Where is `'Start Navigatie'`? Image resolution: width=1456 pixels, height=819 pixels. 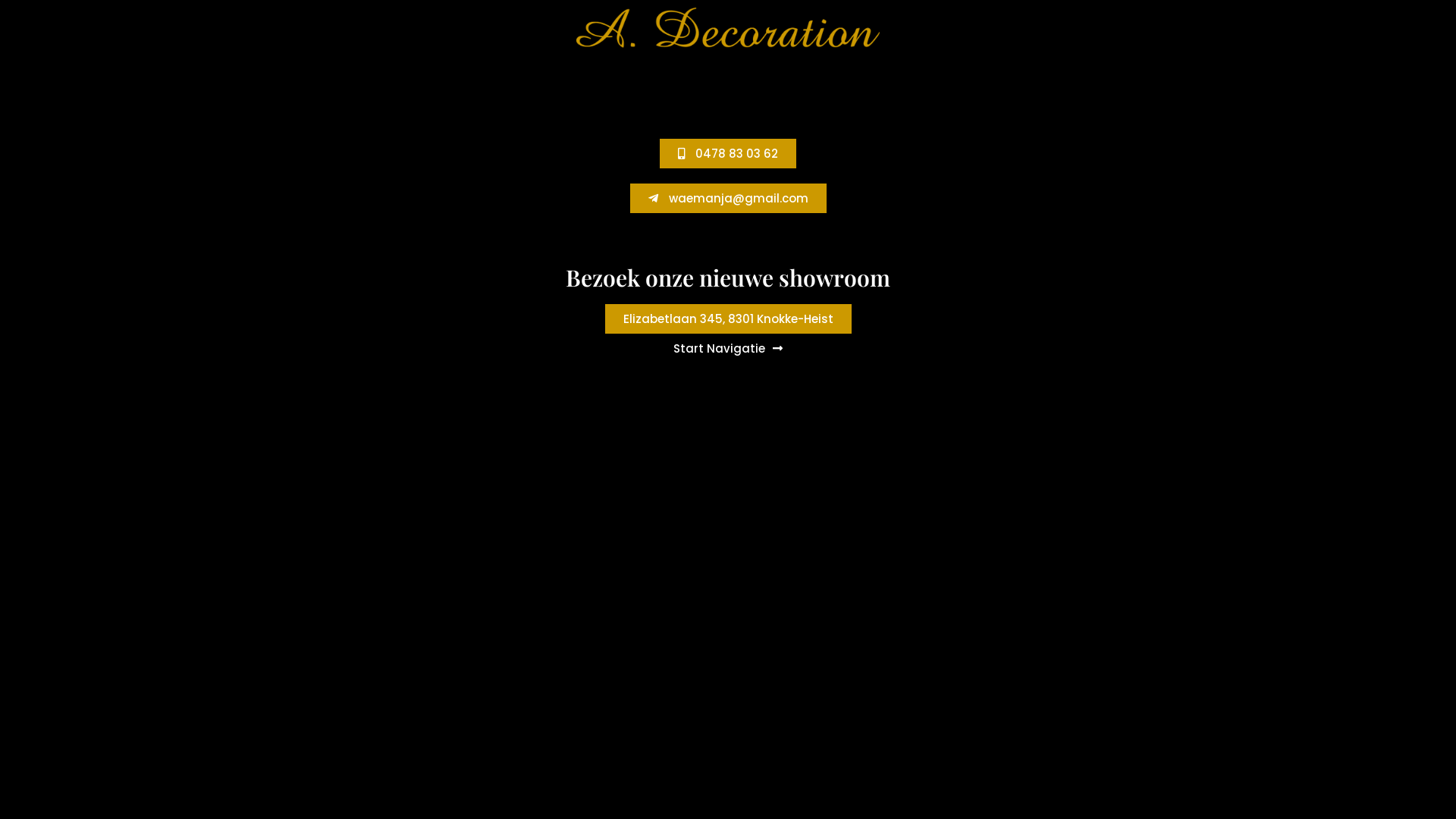 'Start Navigatie' is located at coordinates (728, 348).